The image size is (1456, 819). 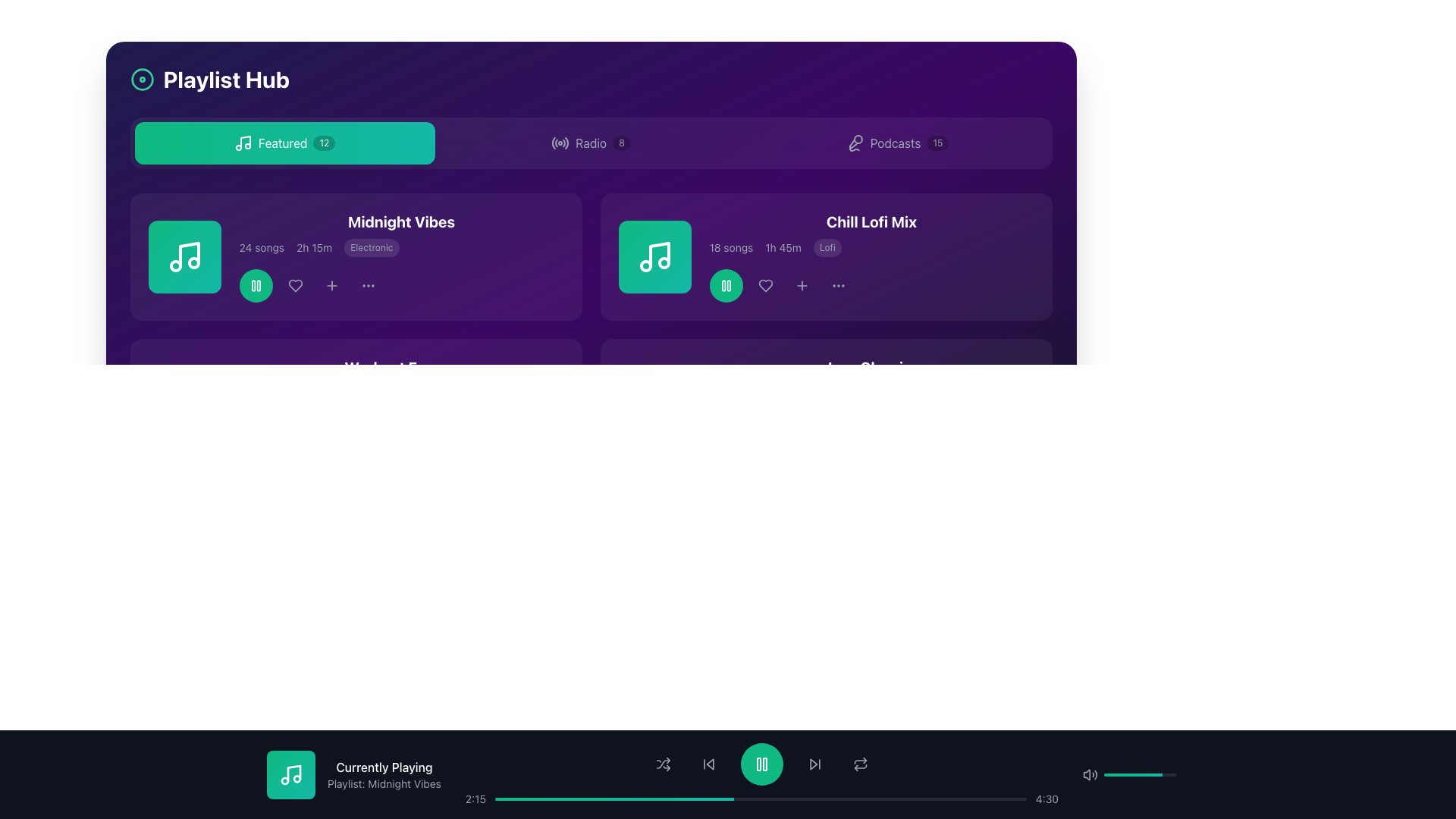 What do you see at coordinates (401, 222) in the screenshot?
I see `the title text label for the 'Midnight Vibes' playlist, which is located at the upper portion of the card displaying playlist information` at bounding box center [401, 222].